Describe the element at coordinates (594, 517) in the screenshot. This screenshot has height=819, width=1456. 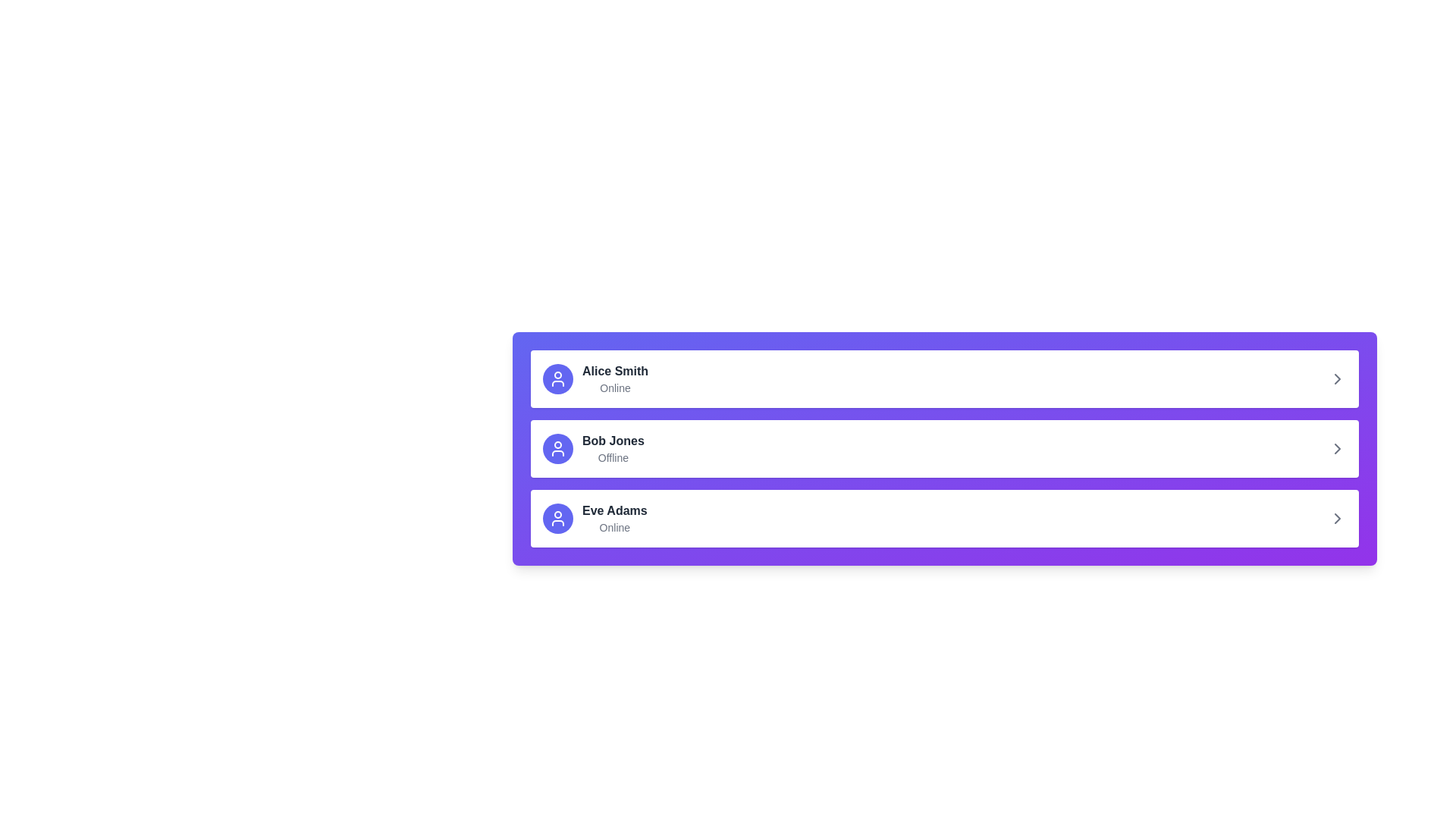
I see `the third Profile list item in the vertical list` at that location.